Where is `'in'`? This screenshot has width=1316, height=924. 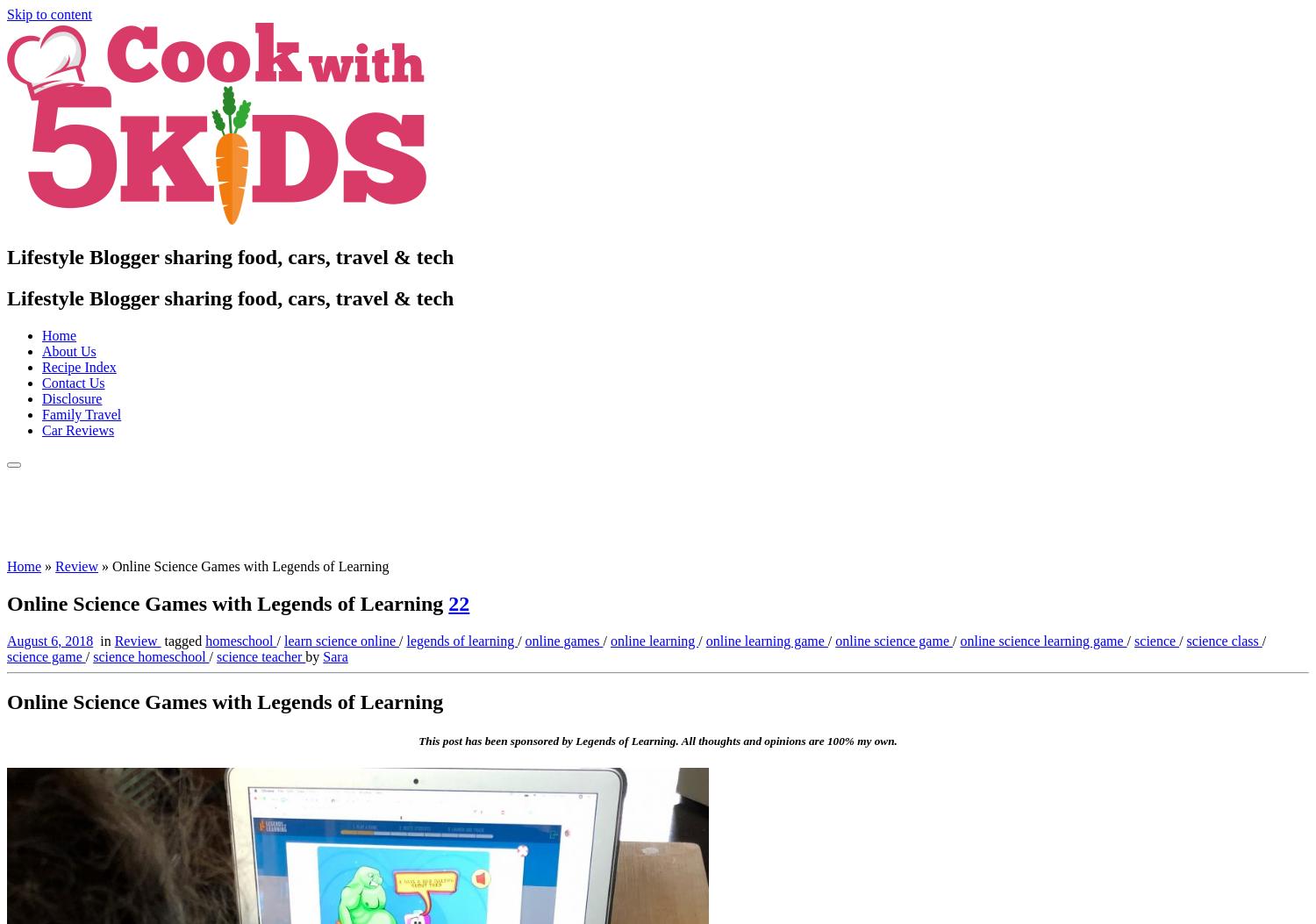 'in' is located at coordinates (92, 639).